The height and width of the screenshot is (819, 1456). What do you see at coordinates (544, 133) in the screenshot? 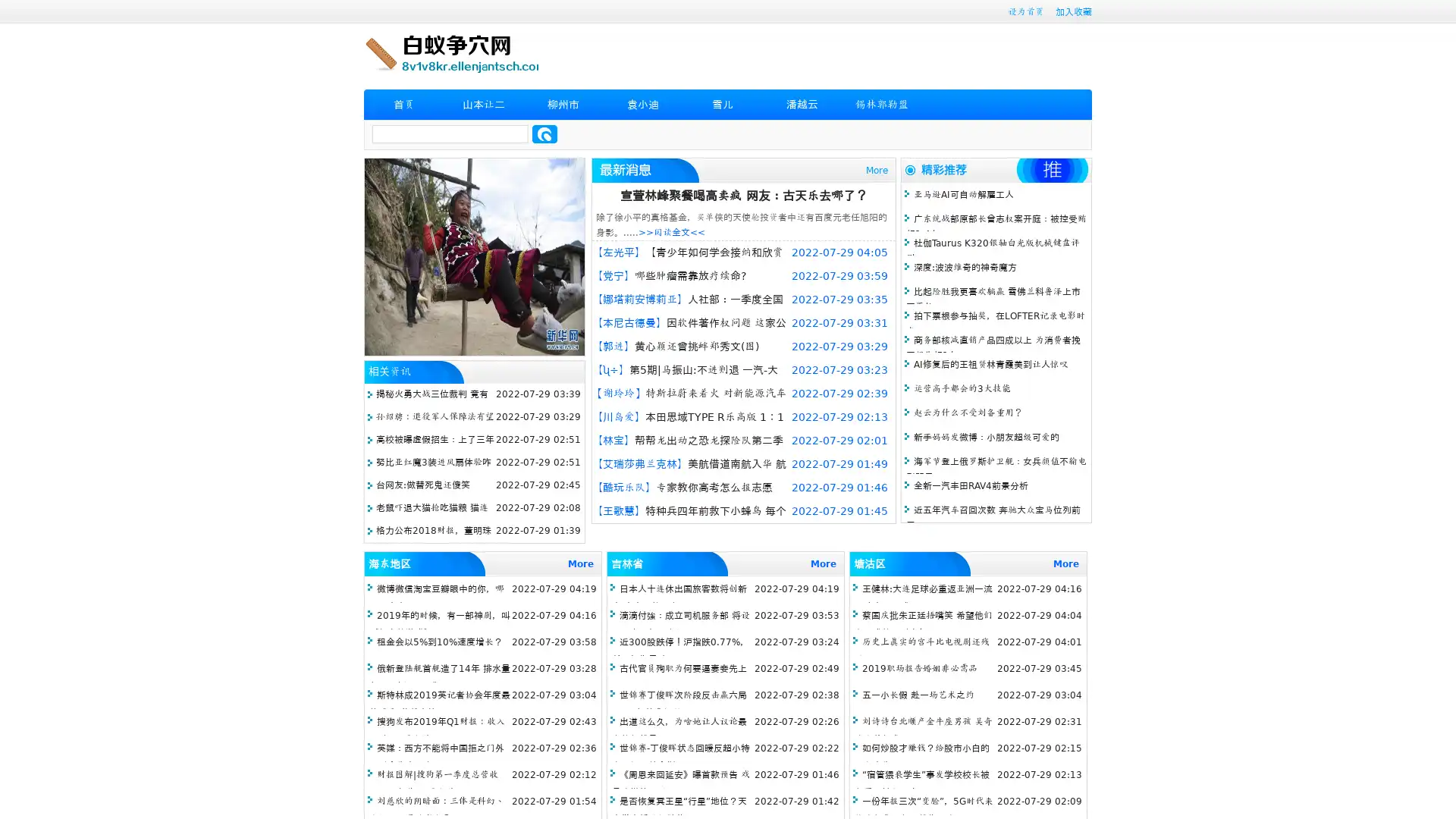
I see `Search` at bounding box center [544, 133].